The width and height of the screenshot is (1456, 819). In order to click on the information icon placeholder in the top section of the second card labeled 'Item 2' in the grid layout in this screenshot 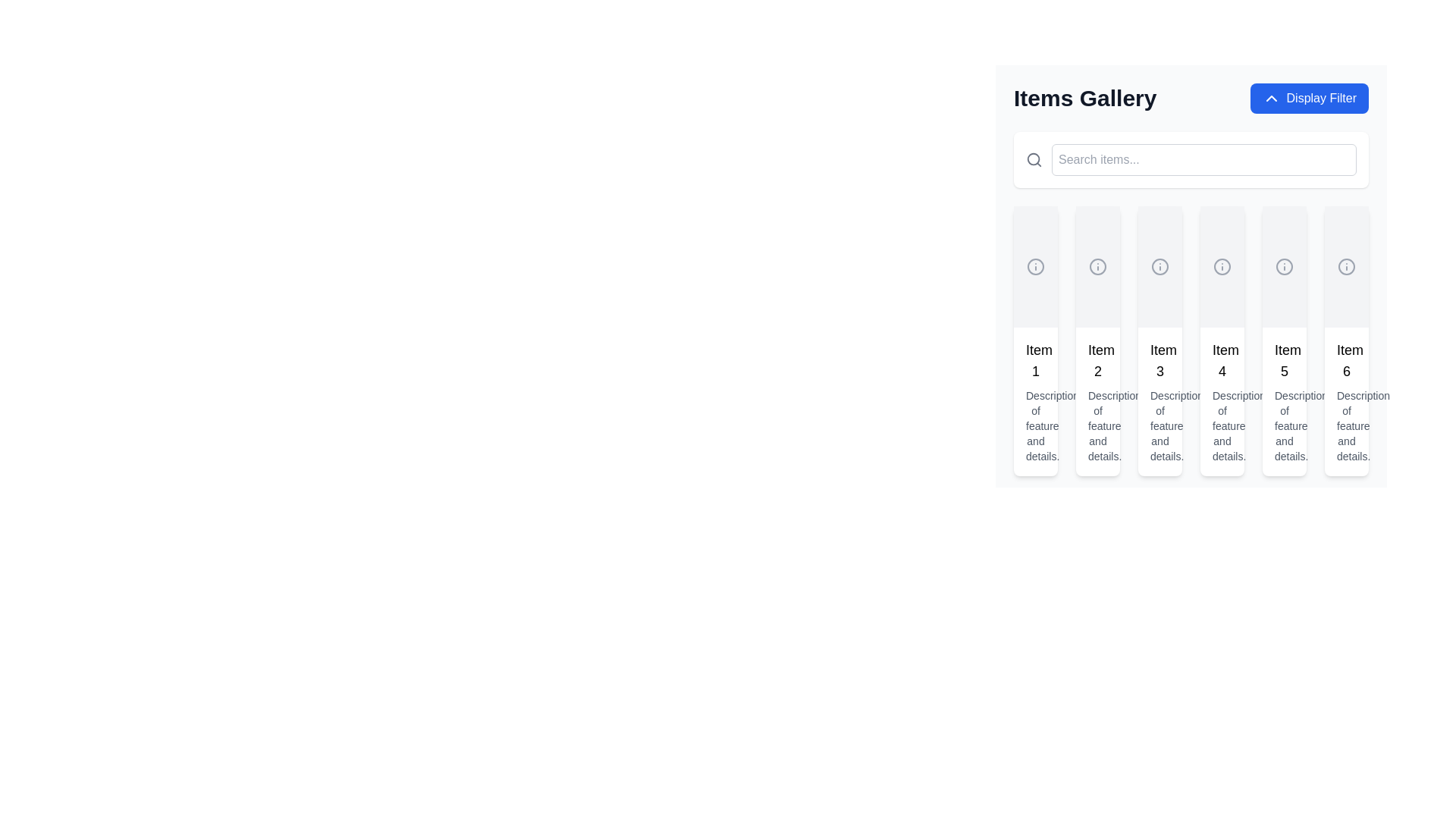, I will do `click(1098, 265)`.